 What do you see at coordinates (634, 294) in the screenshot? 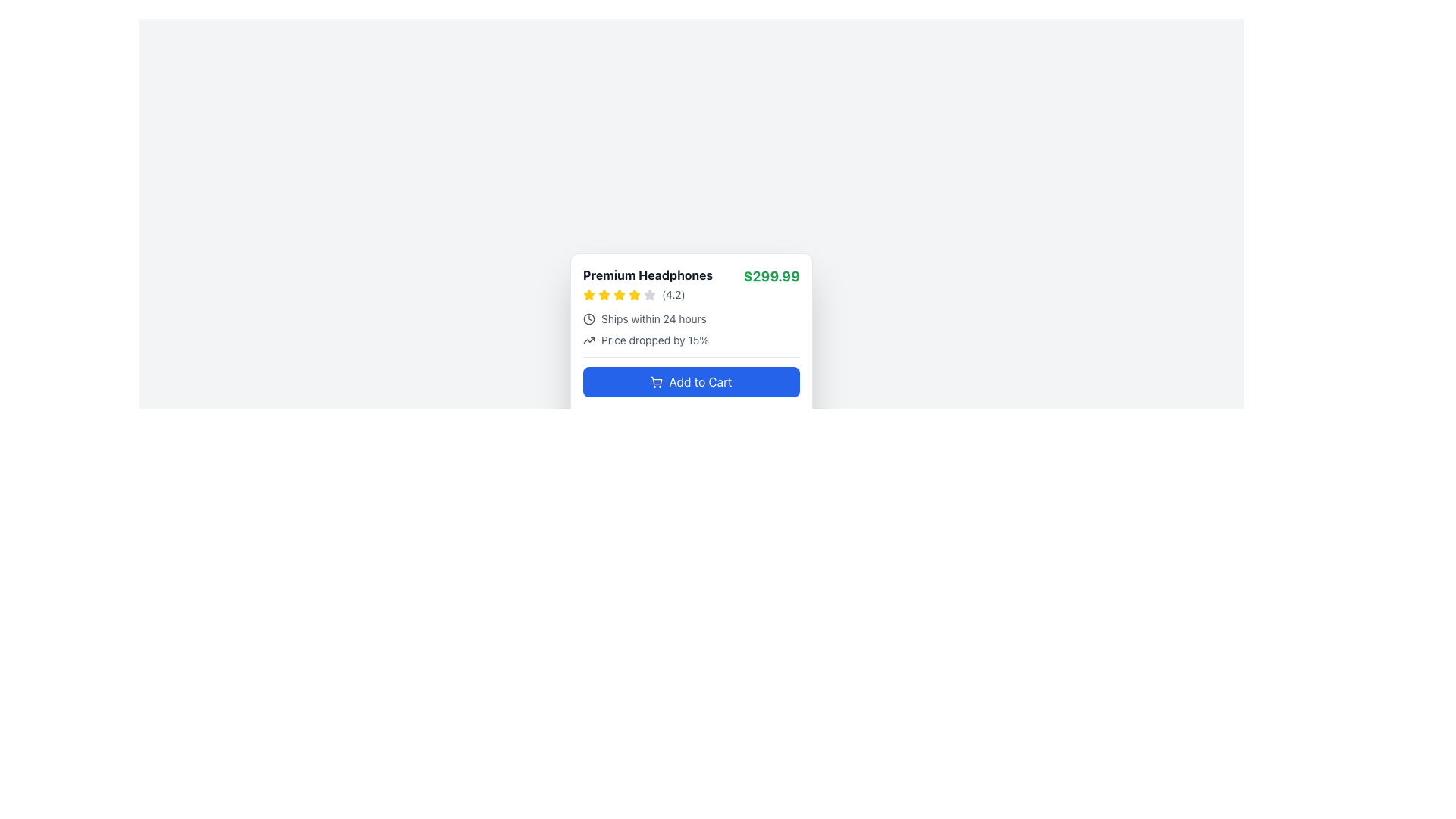
I see `the second star icon used for rating under the product title 'Premium Headphones' to indicate a rating` at bounding box center [634, 294].